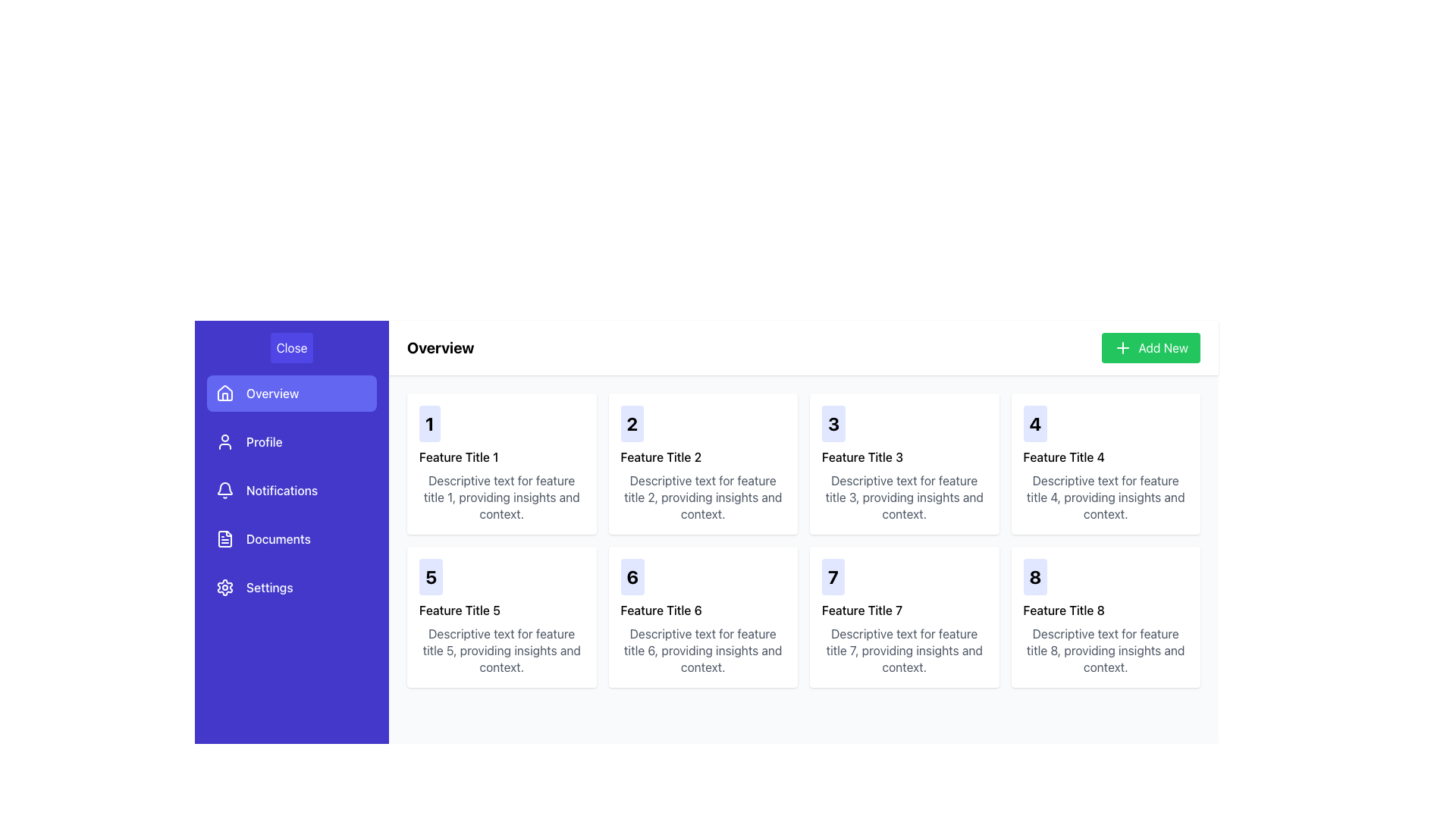 The image size is (1456, 819). What do you see at coordinates (1106, 463) in the screenshot?
I see `the feature card located in the first row and fourth column of the grid layout by moving the cursor to its center point` at bounding box center [1106, 463].